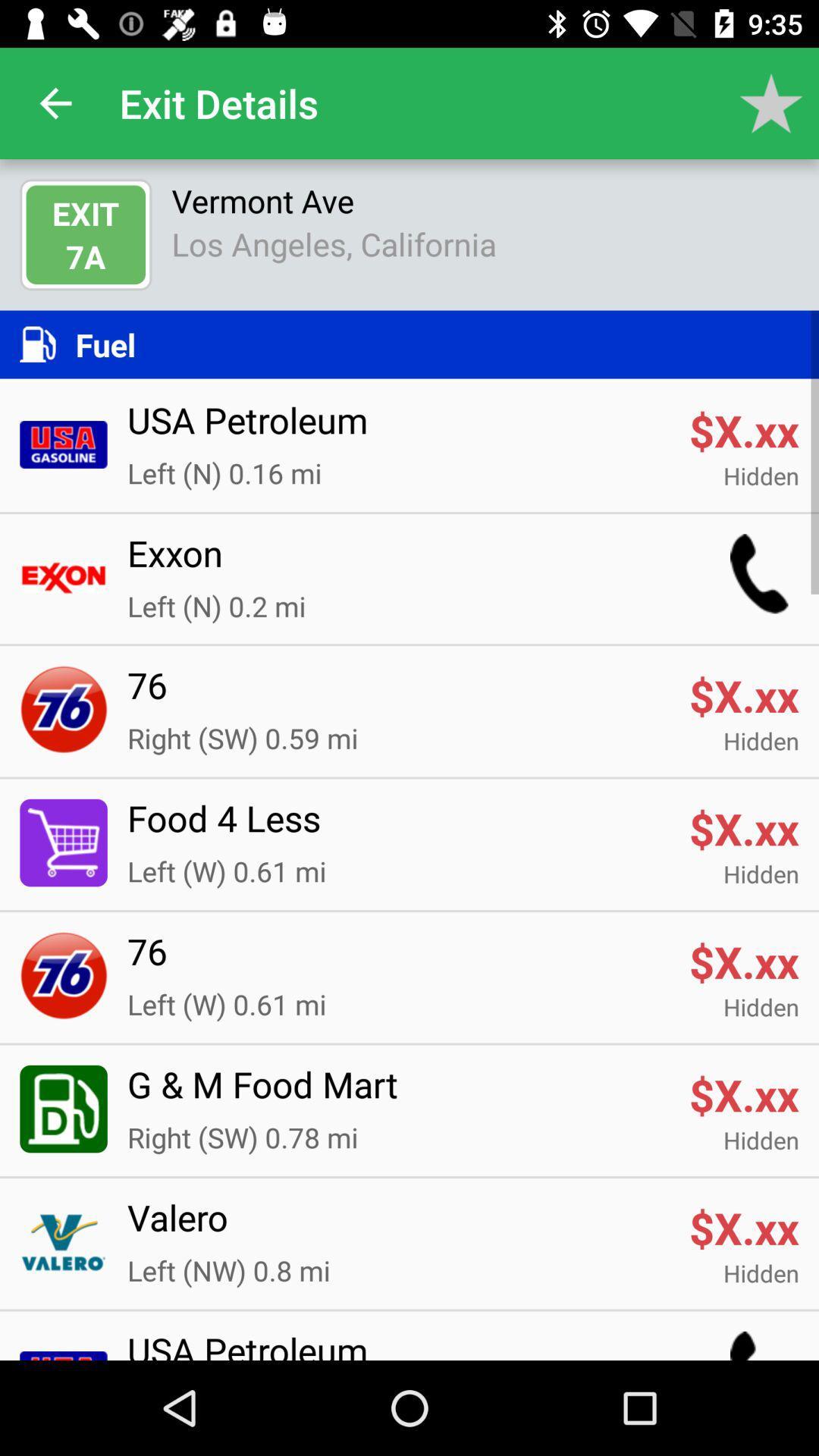 This screenshot has width=819, height=1456. Describe the element at coordinates (397, 562) in the screenshot. I see `item below hidden item` at that location.